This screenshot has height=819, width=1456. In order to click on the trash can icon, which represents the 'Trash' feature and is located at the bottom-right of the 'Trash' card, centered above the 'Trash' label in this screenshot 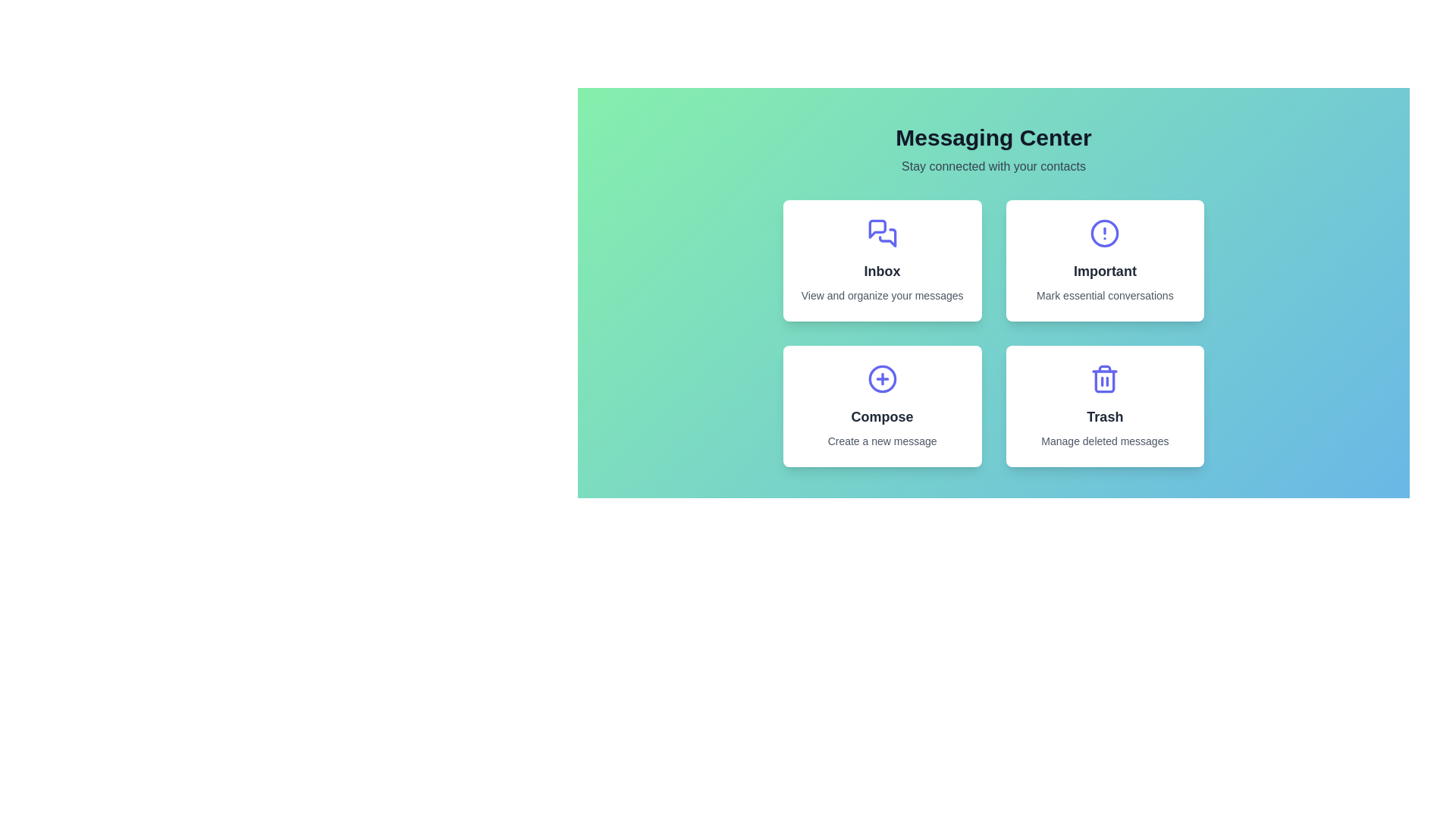, I will do `click(1105, 378)`.